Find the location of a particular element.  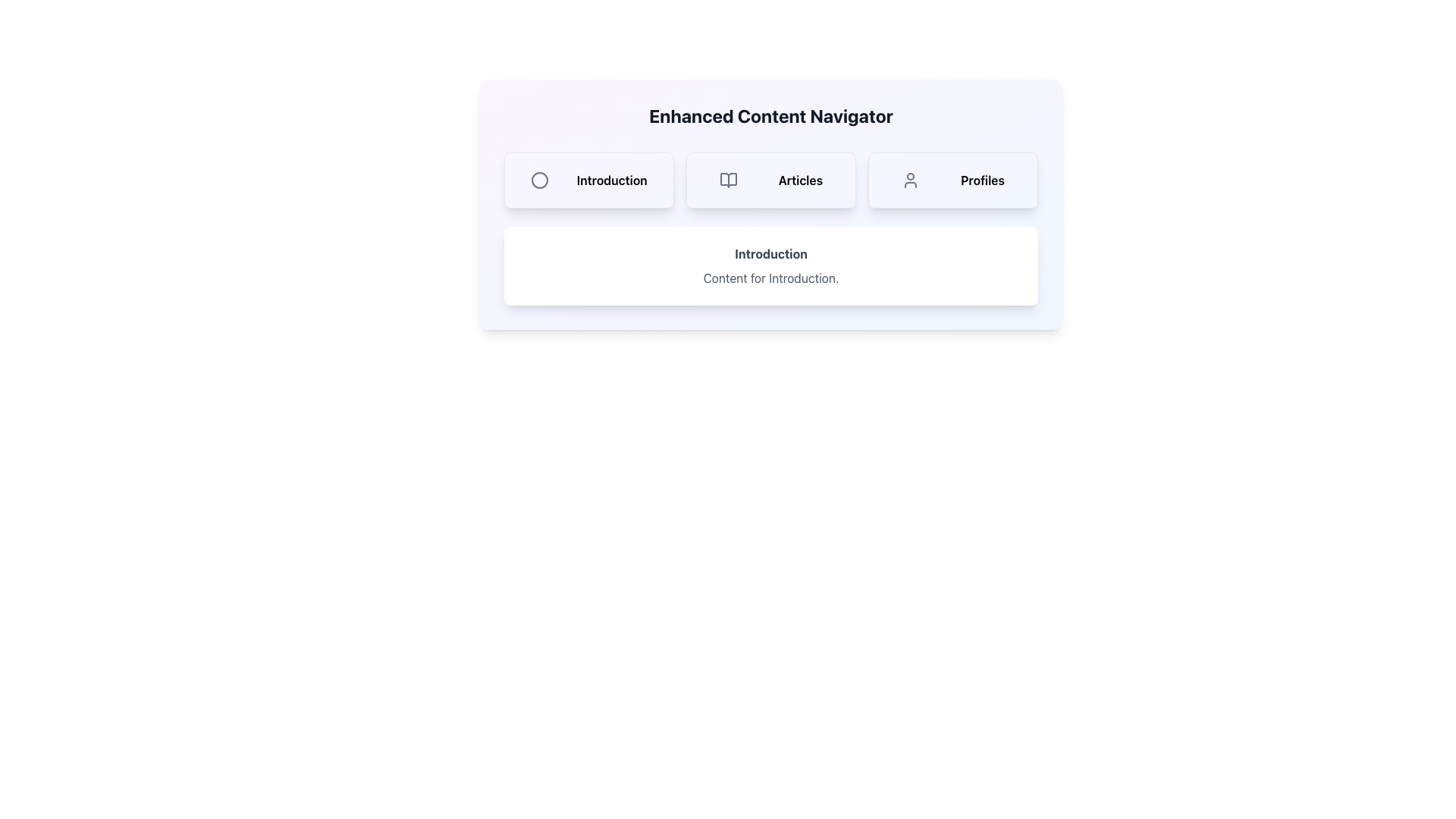

the 'Profiles' button, which is the third button in a row of three, featuring a user profile icon and bold text is located at coordinates (952, 180).